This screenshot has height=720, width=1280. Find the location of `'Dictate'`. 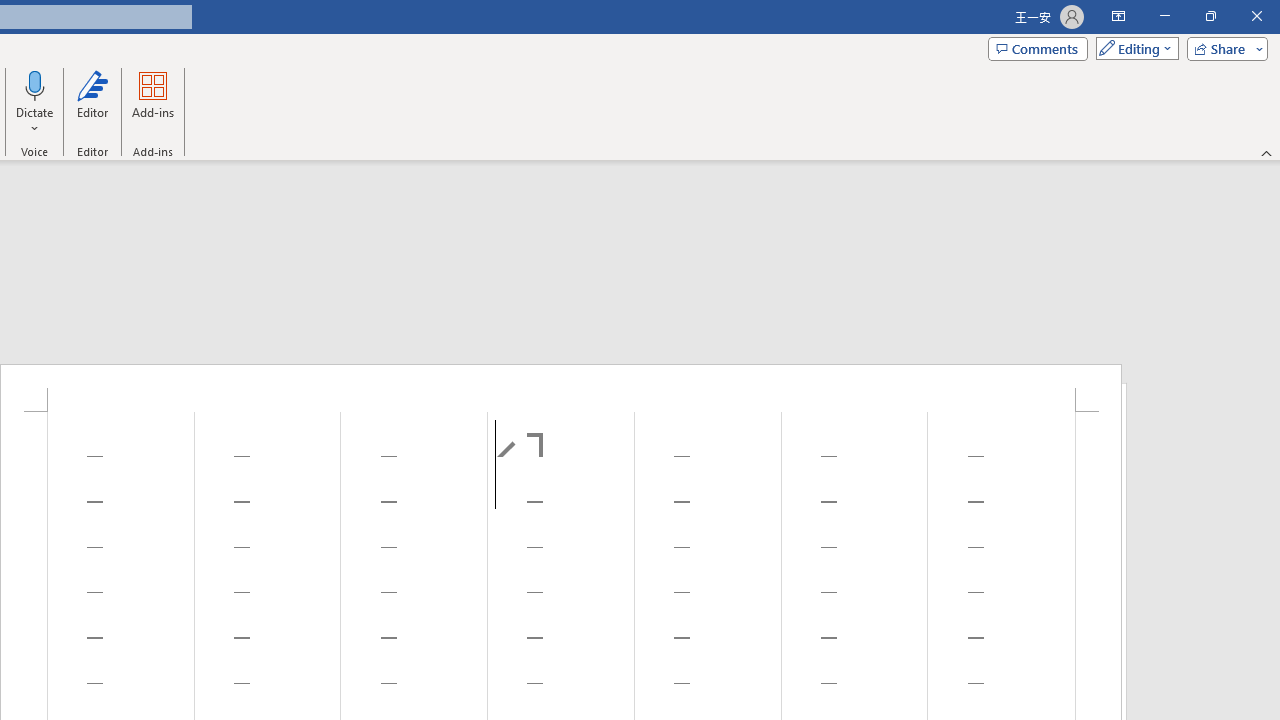

'Dictate' is located at coordinates (35, 84).